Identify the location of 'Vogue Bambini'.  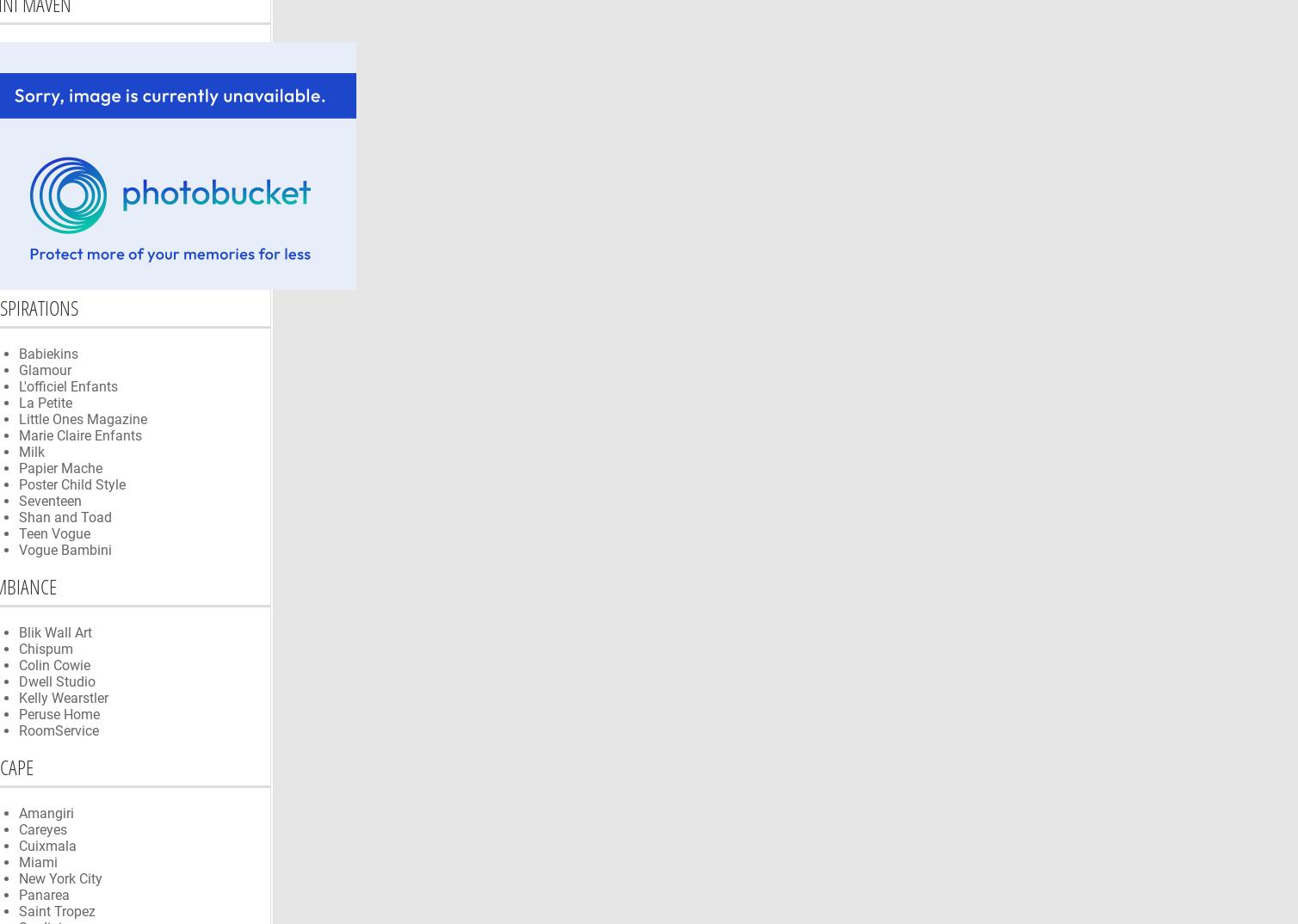
(65, 549).